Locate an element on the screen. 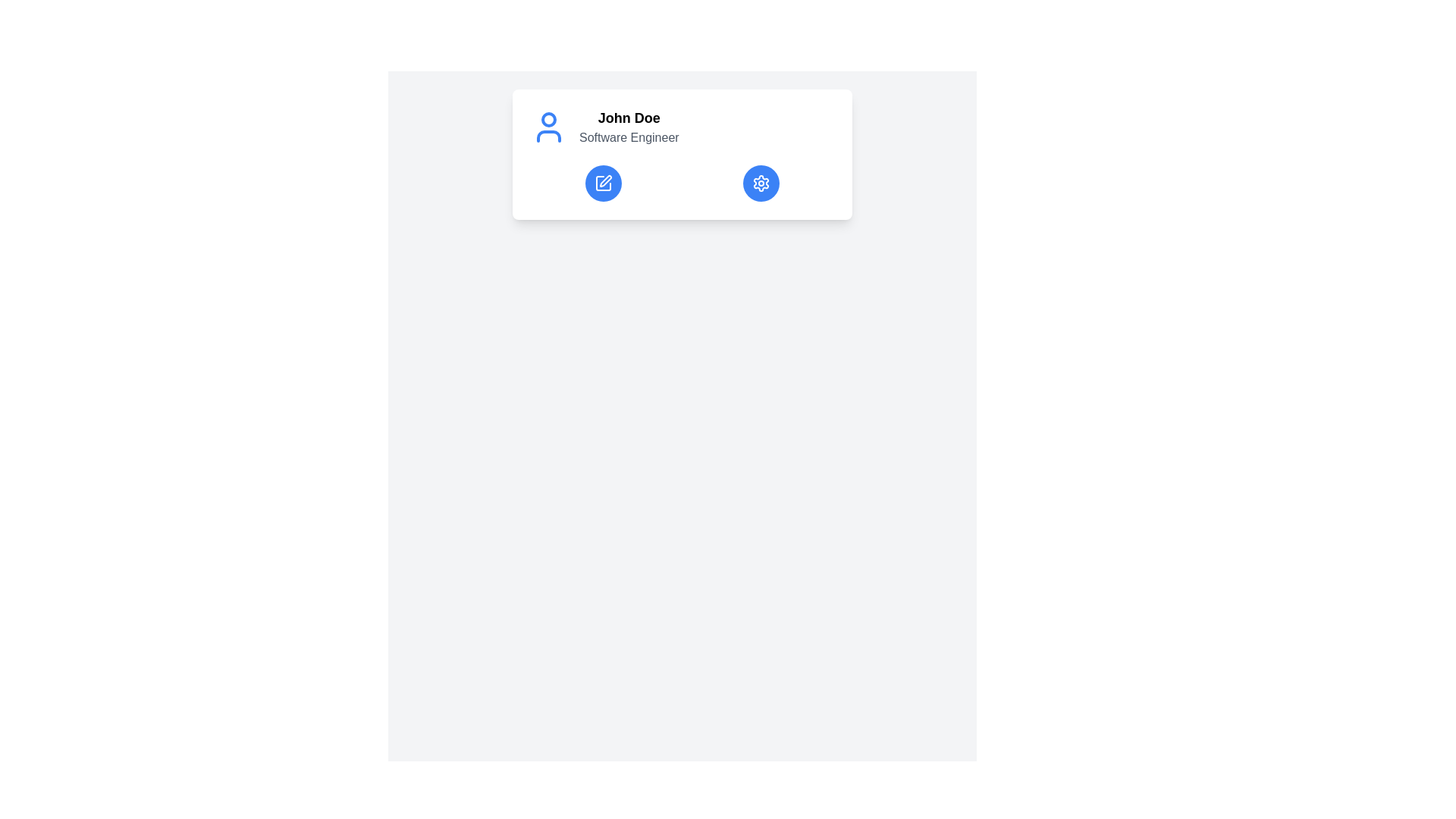 The height and width of the screenshot is (819, 1456). the edit button located in the second row of the grid, directly below the user details section is located at coordinates (603, 183).